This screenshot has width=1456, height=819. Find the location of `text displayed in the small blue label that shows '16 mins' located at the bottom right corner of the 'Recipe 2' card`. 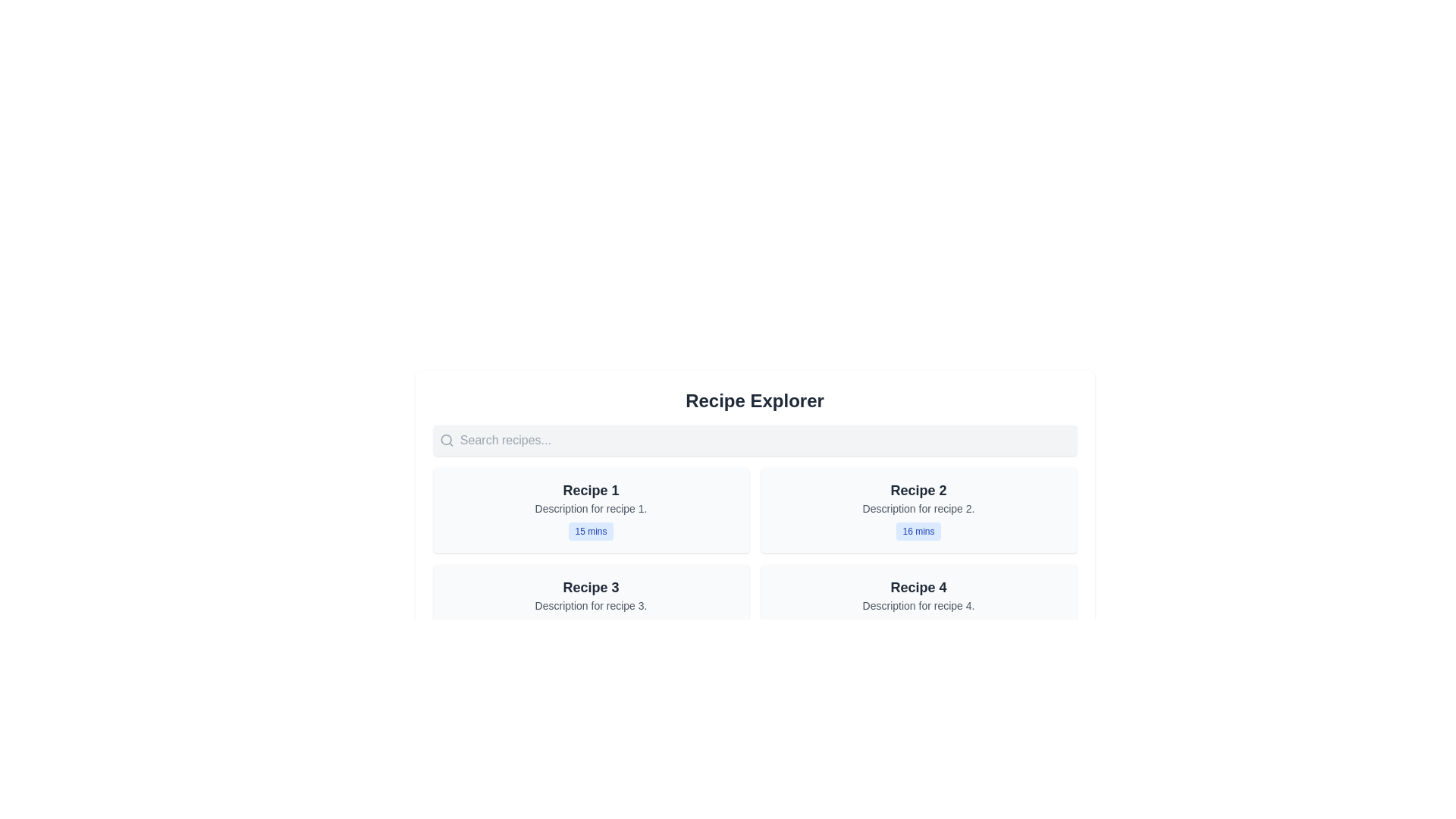

text displayed in the small blue label that shows '16 mins' located at the bottom right corner of the 'Recipe 2' card is located at coordinates (918, 531).